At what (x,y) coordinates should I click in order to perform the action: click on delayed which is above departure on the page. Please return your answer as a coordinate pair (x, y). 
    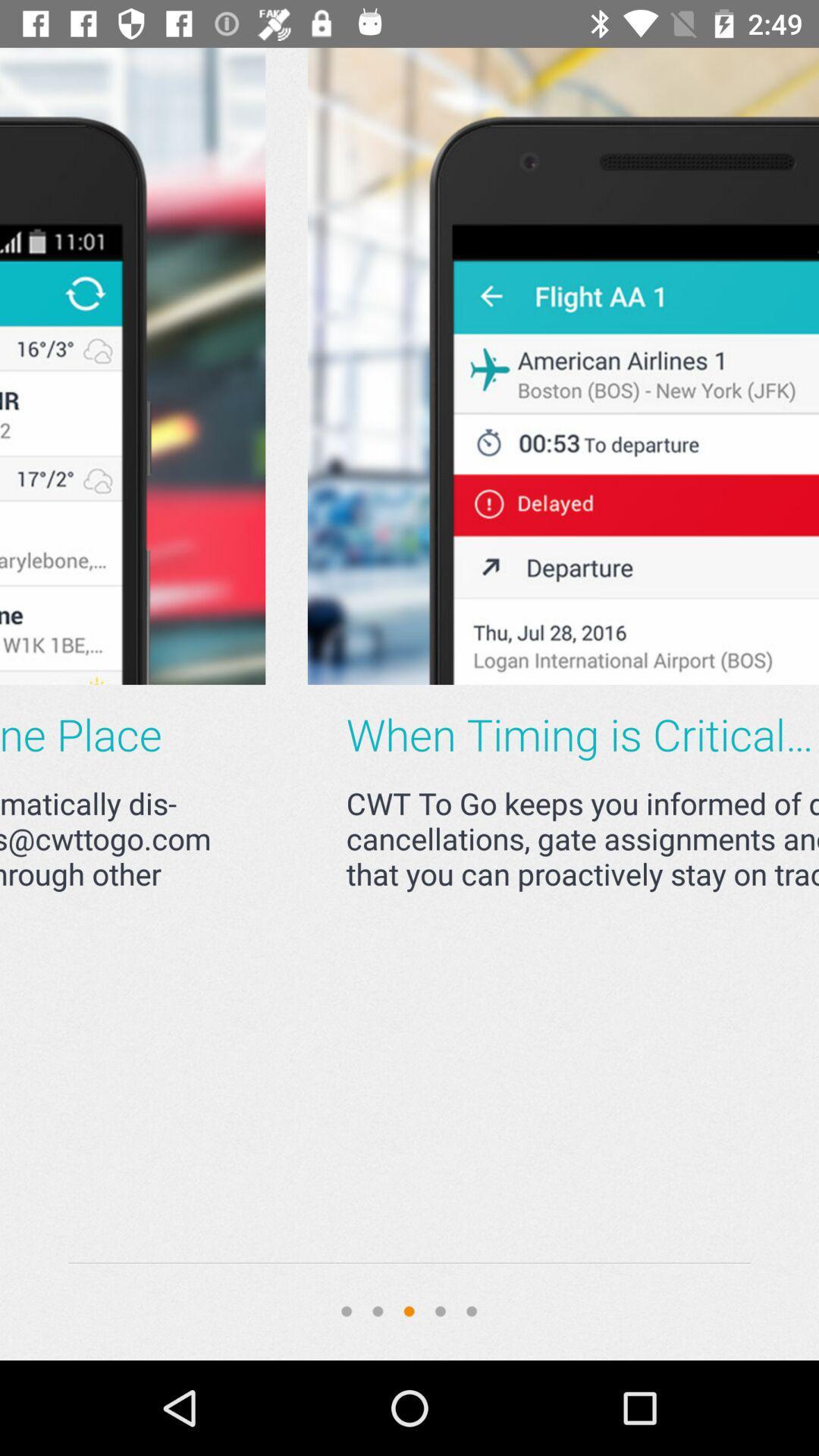
    Looking at the image, I should click on (369, 366).